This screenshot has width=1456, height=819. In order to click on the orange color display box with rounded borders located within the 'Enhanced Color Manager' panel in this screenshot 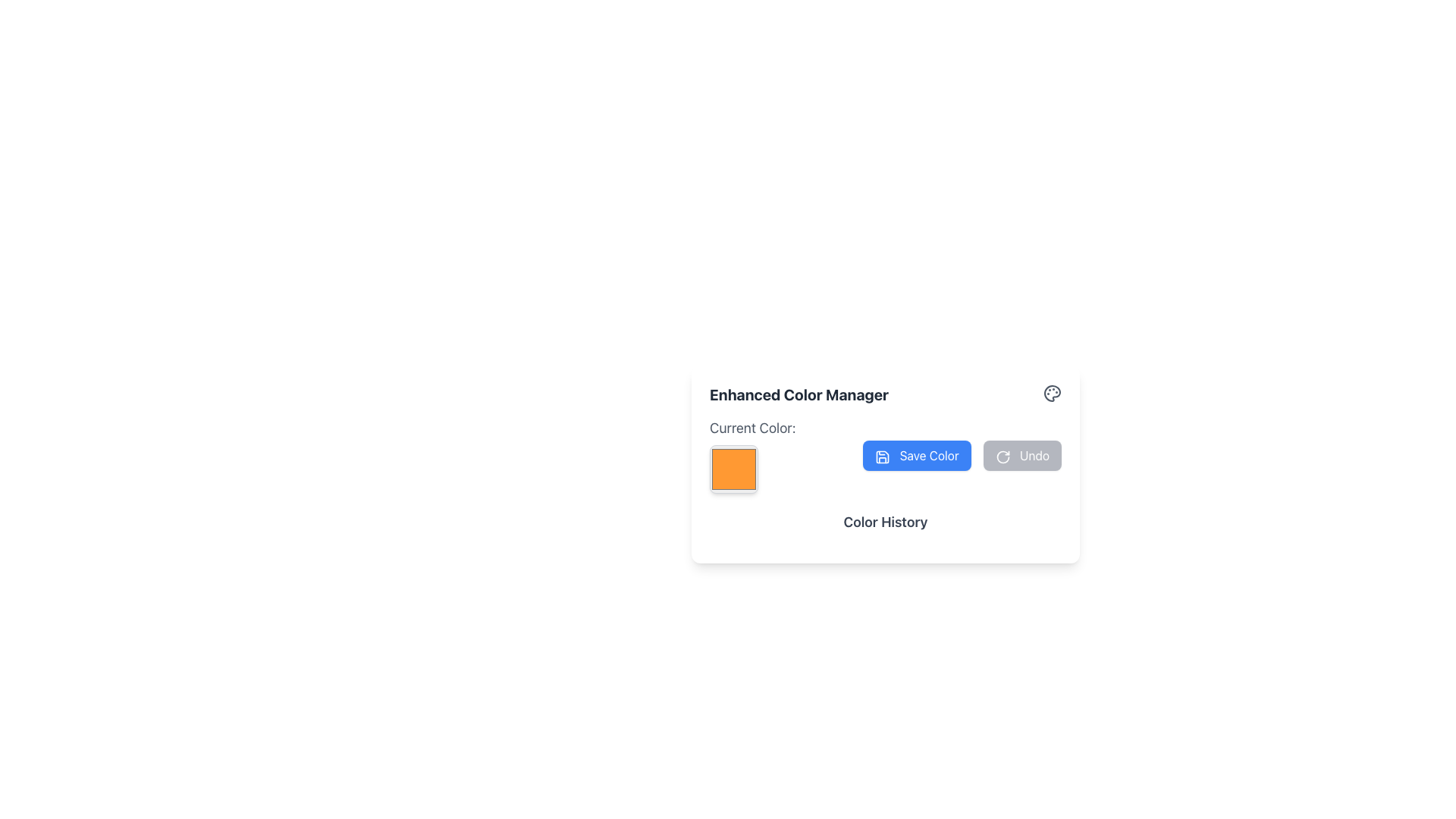, I will do `click(734, 468)`.